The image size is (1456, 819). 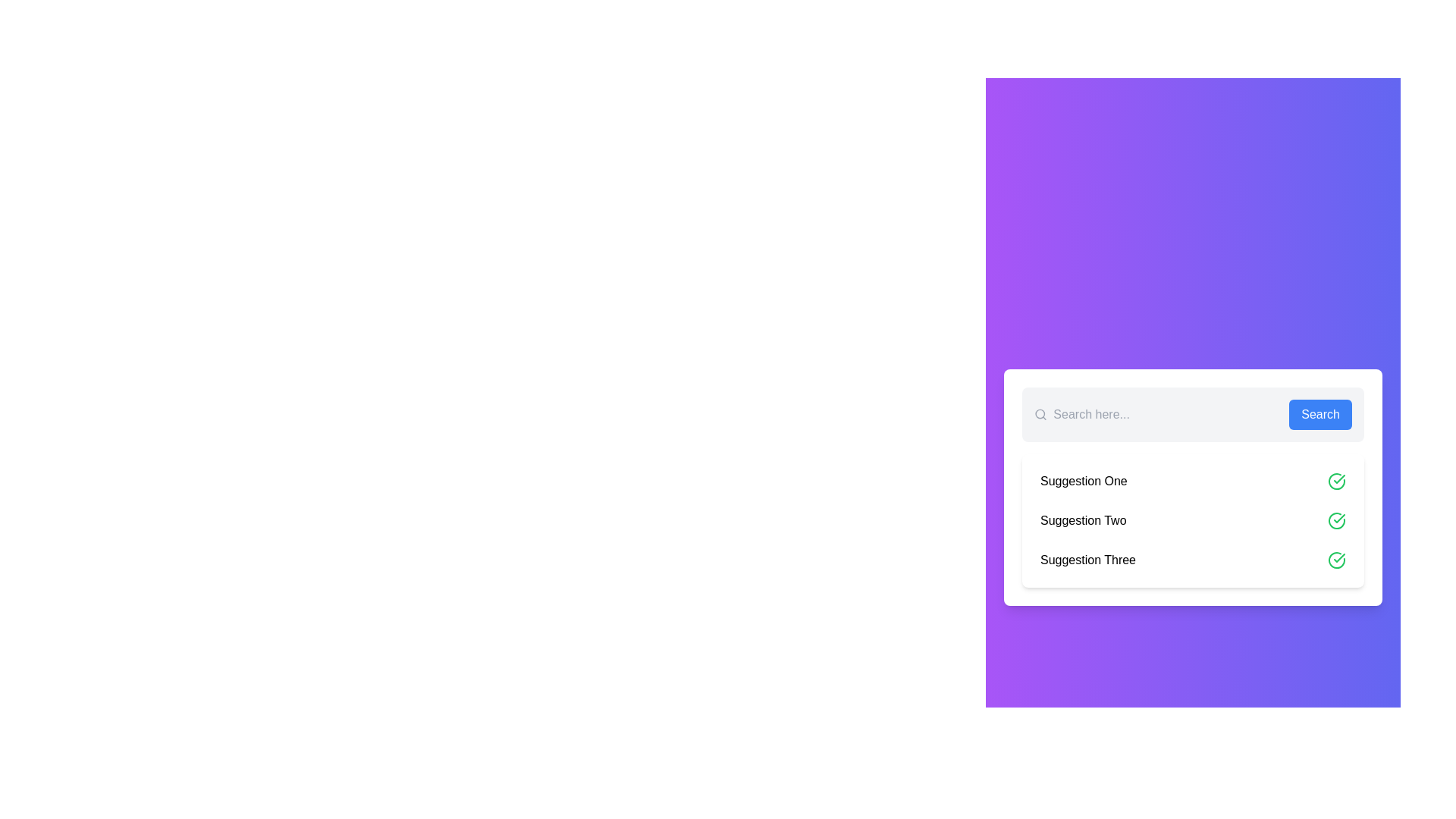 What do you see at coordinates (1319, 415) in the screenshot?
I see `the confirmation button located at the far right of the search bar to initiate a search based on the entered text` at bounding box center [1319, 415].